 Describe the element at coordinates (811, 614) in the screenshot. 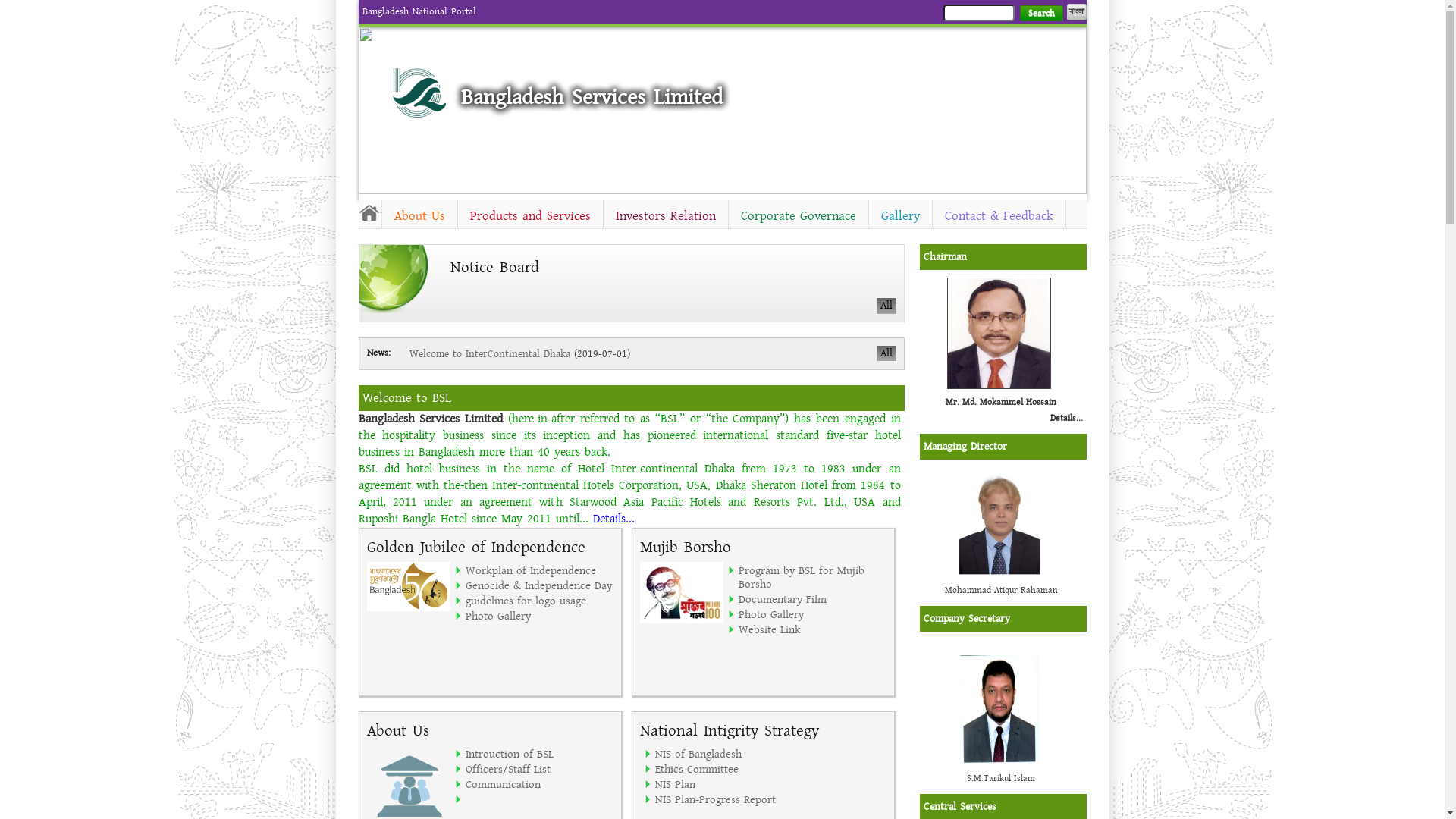

I see `'Photo Gallery'` at that location.